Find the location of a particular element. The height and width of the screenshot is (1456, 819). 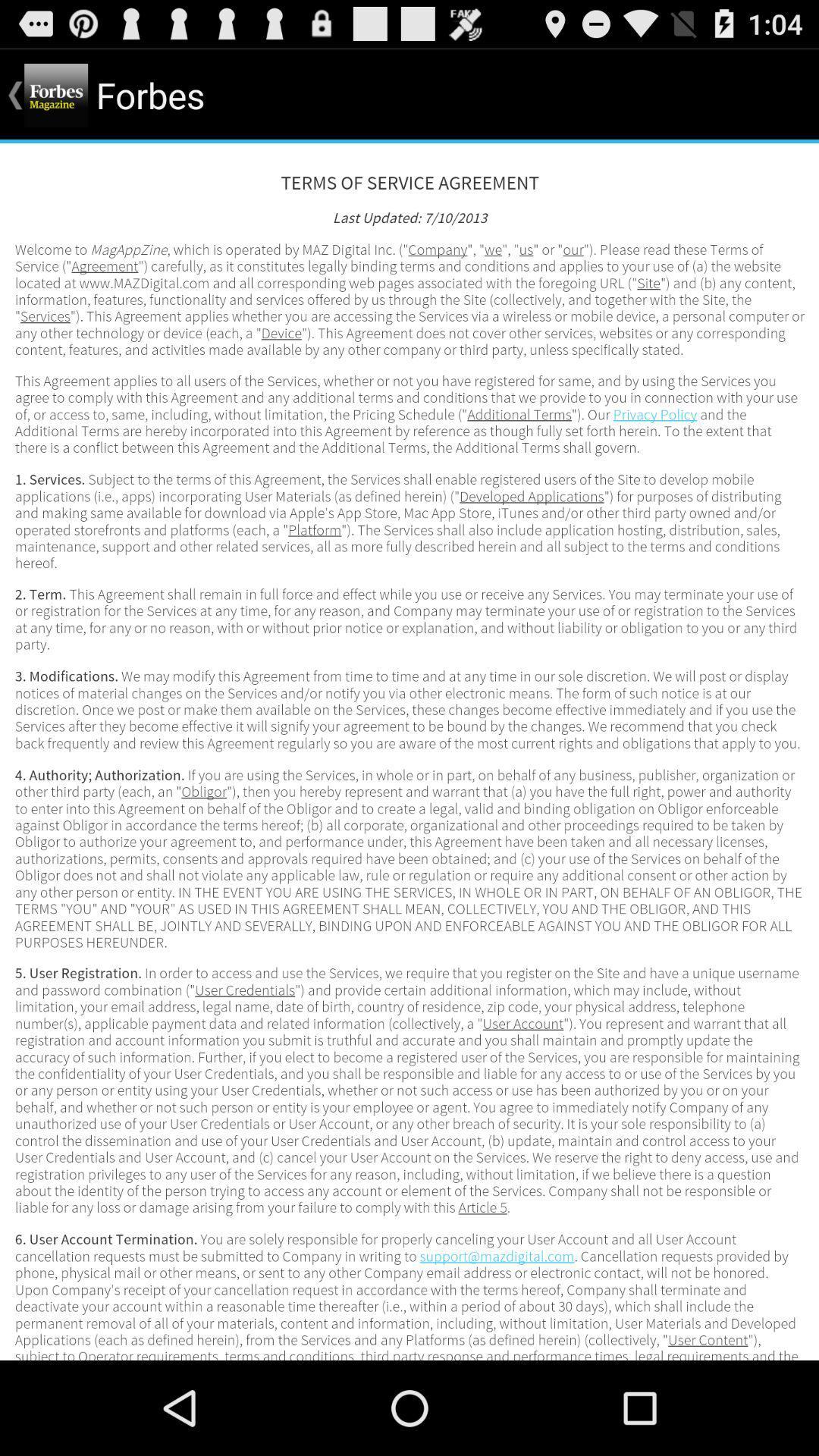

screen page is located at coordinates (409, 752).